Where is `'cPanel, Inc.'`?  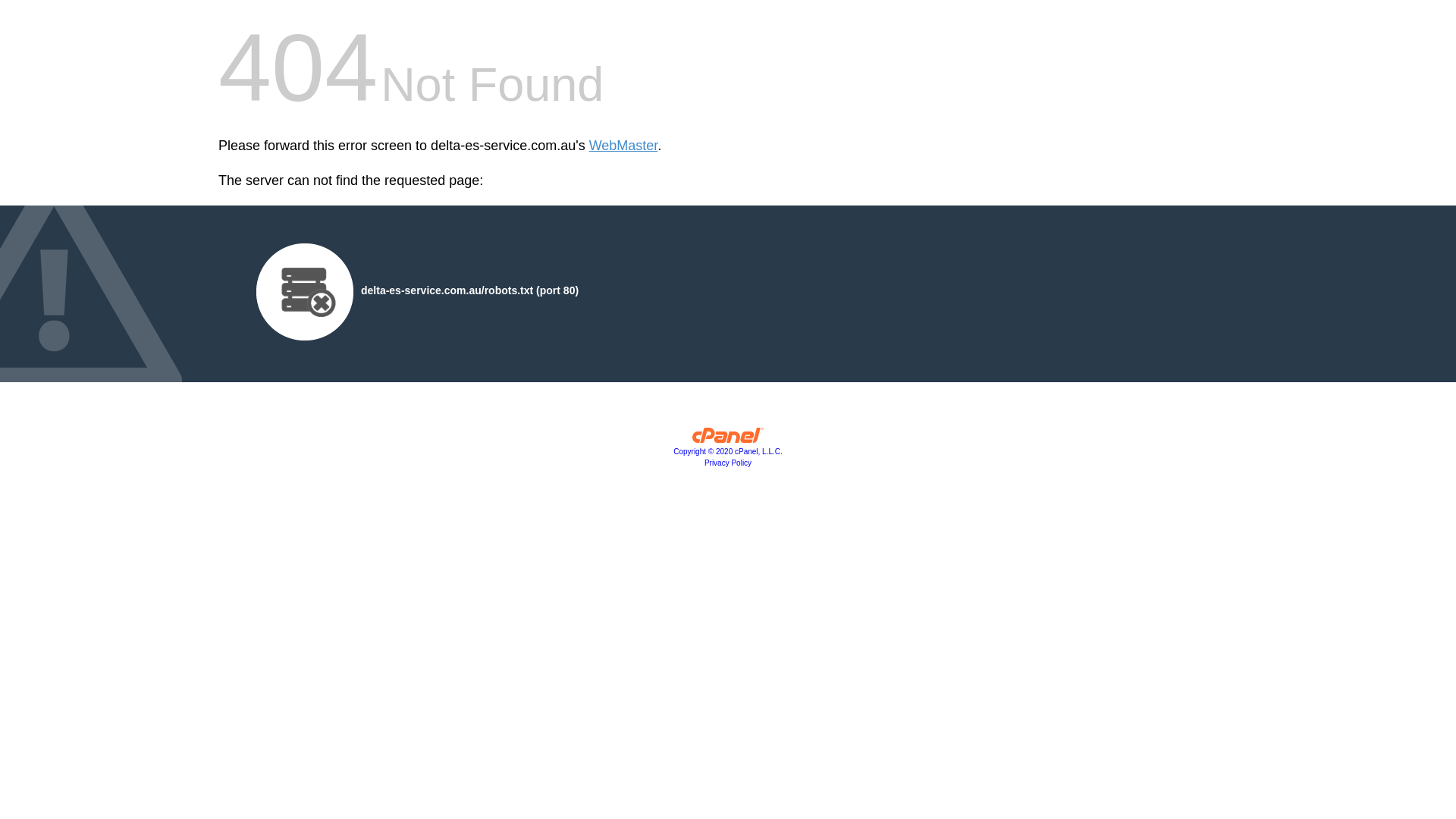
'cPanel, Inc.' is located at coordinates (728, 438).